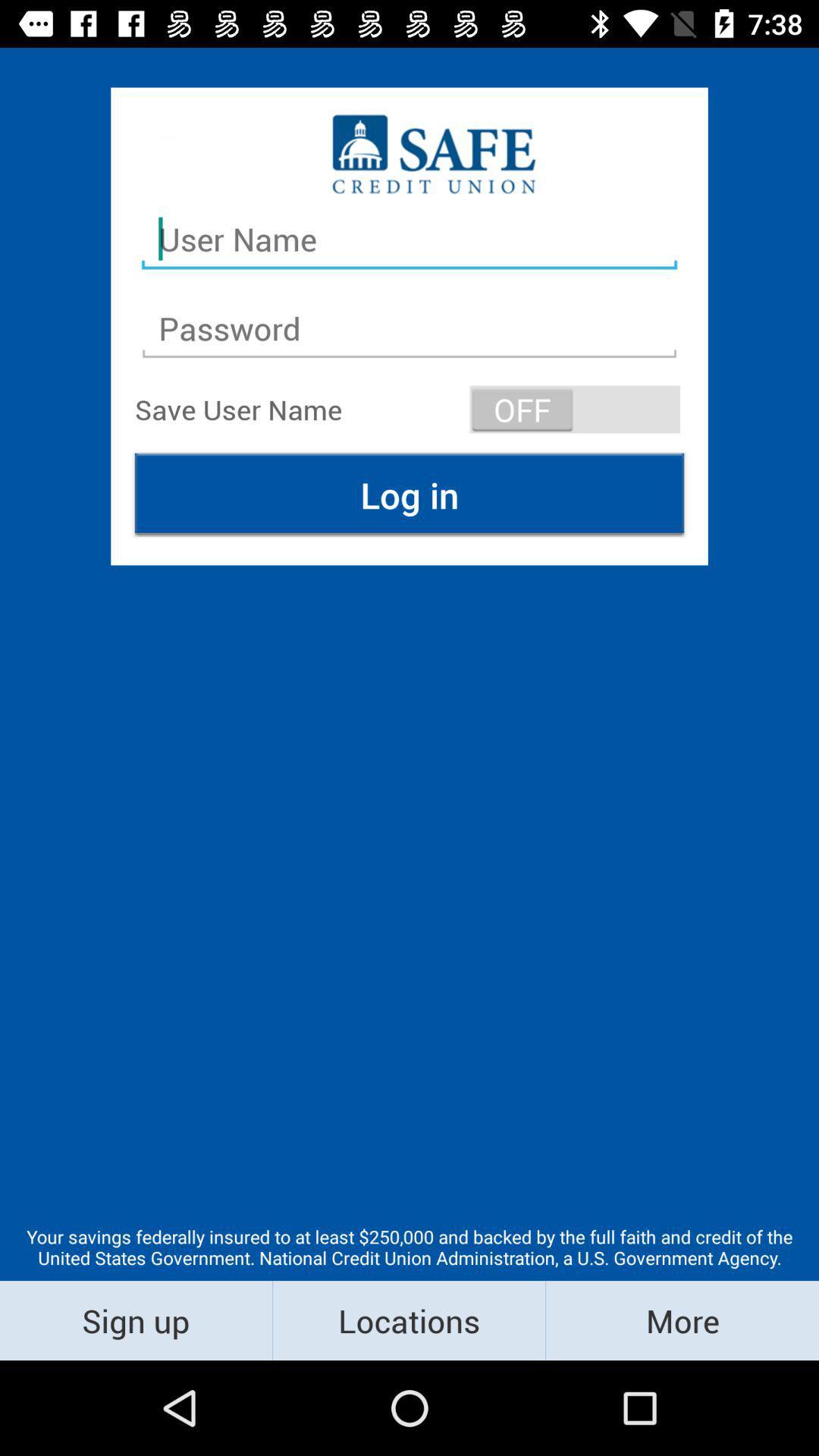 The width and height of the screenshot is (819, 1456). I want to click on icon above the your savings federally, so click(409, 494).